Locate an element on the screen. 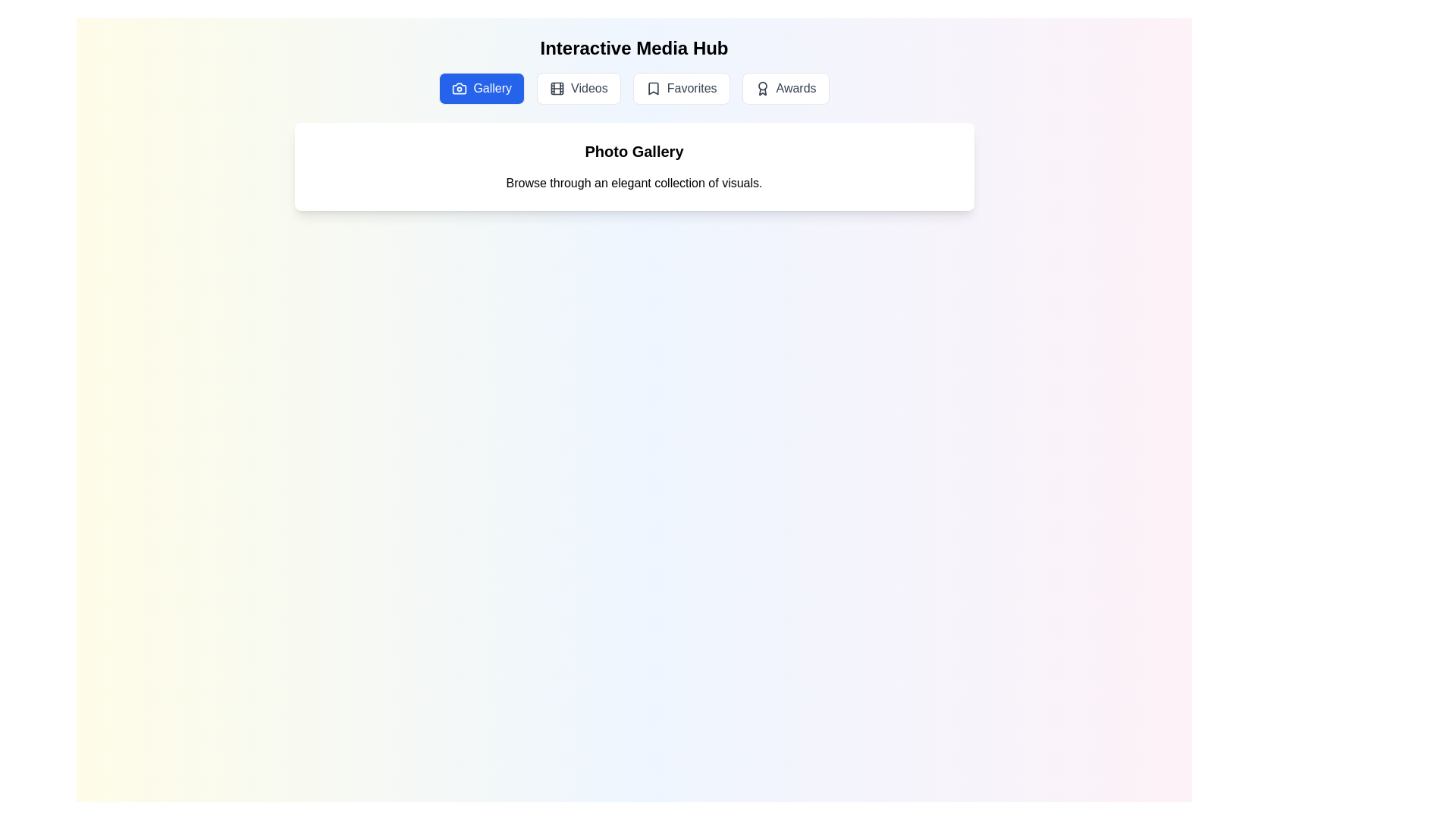 This screenshot has width=1456, height=819. the 'Gallery' text label, which is displayed in white font on a blue rectangular button with rounded corners, located in the upper-left section of the interface is located at coordinates (492, 88).